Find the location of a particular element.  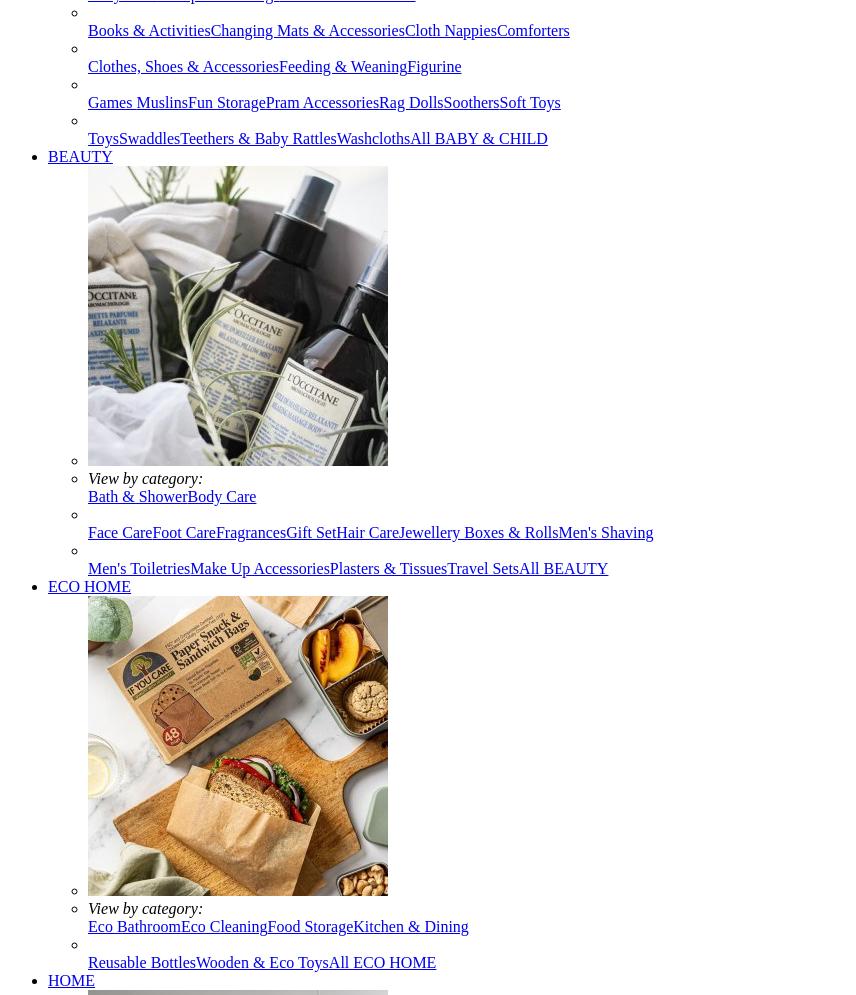

'Body Care' is located at coordinates (221, 496).